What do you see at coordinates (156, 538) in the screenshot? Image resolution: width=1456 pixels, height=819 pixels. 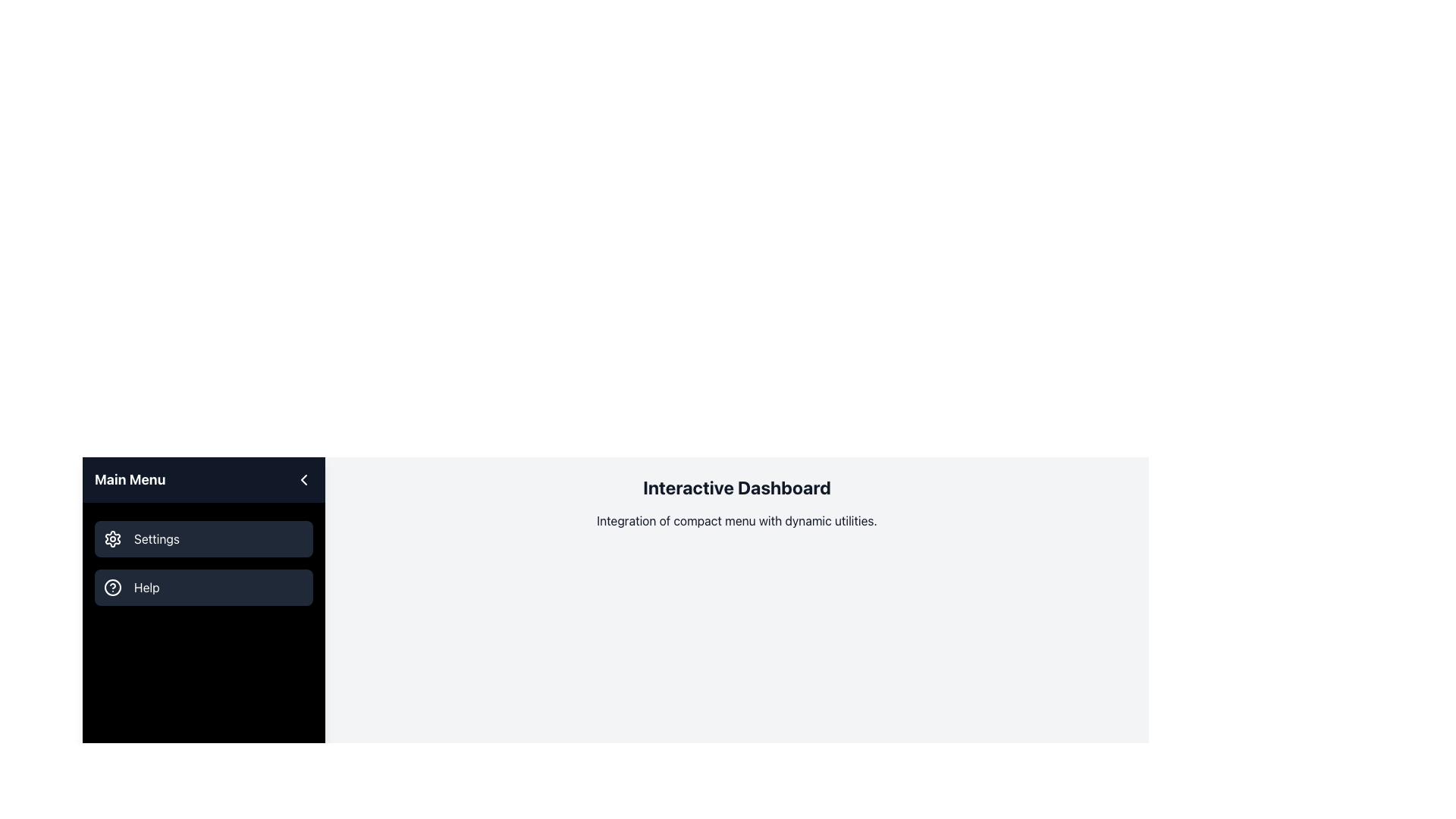 I see `static text label that describes the settings option in the menu, positioned to the right of the settings icon` at bounding box center [156, 538].